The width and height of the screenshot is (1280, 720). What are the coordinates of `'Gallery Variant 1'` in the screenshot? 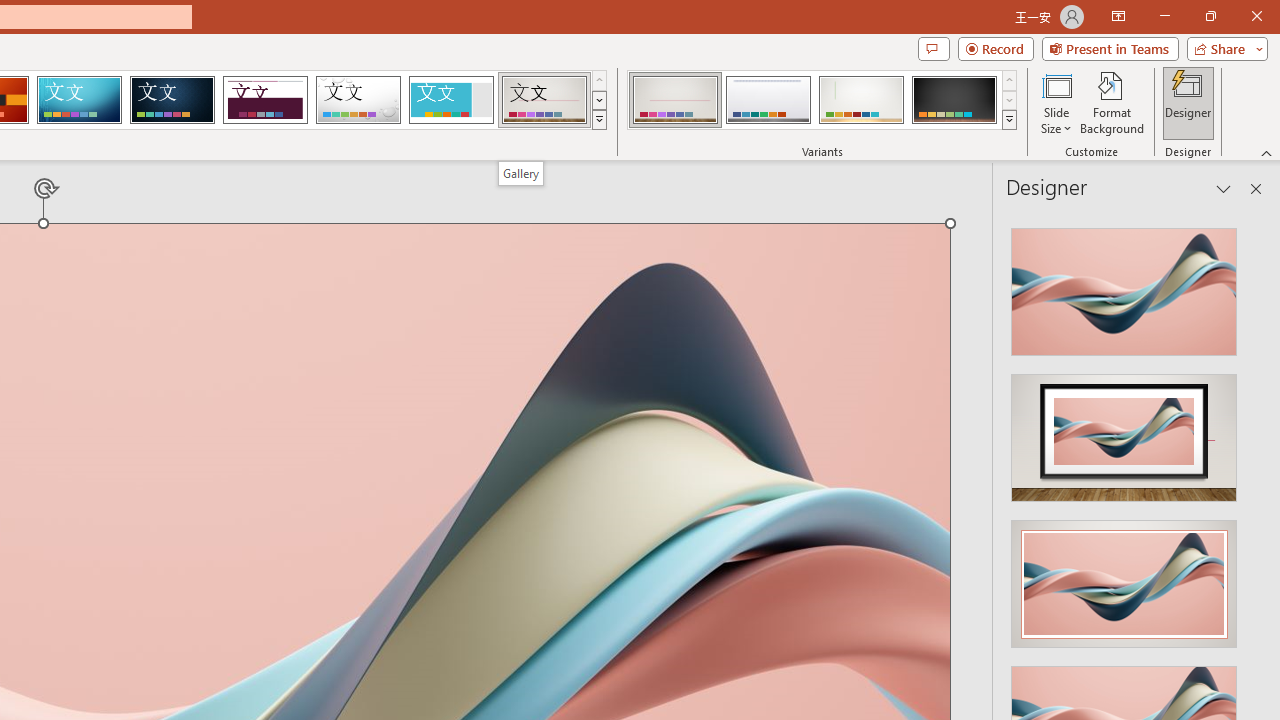 It's located at (675, 100).